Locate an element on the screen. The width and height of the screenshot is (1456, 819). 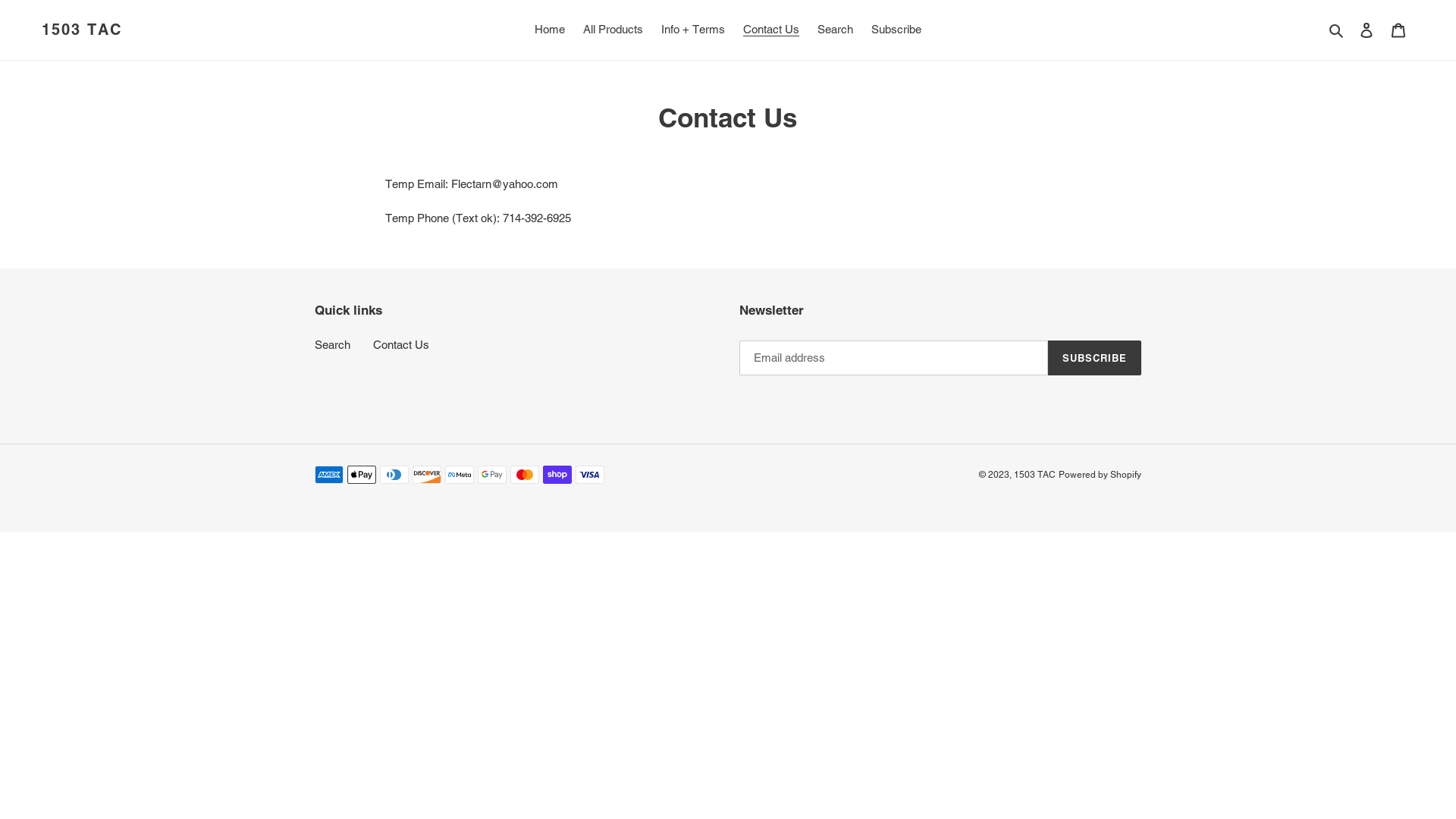
'Cart' is located at coordinates (1397, 30).